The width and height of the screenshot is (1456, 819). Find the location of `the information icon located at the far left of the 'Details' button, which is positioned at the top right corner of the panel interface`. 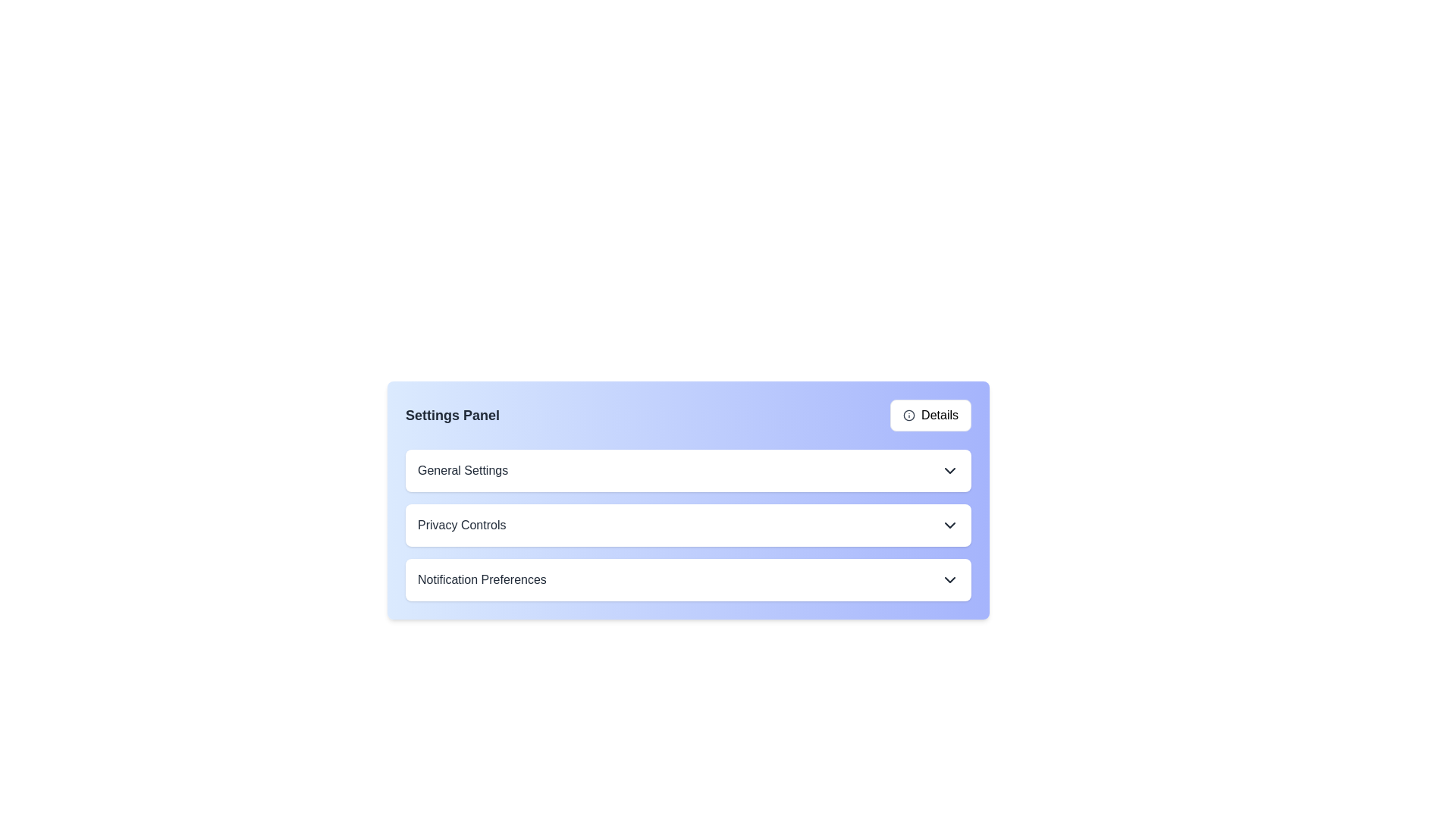

the information icon located at the far left of the 'Details' button, which is positioned at the top right corner of the panel interface is located at coordinates (909, 415).